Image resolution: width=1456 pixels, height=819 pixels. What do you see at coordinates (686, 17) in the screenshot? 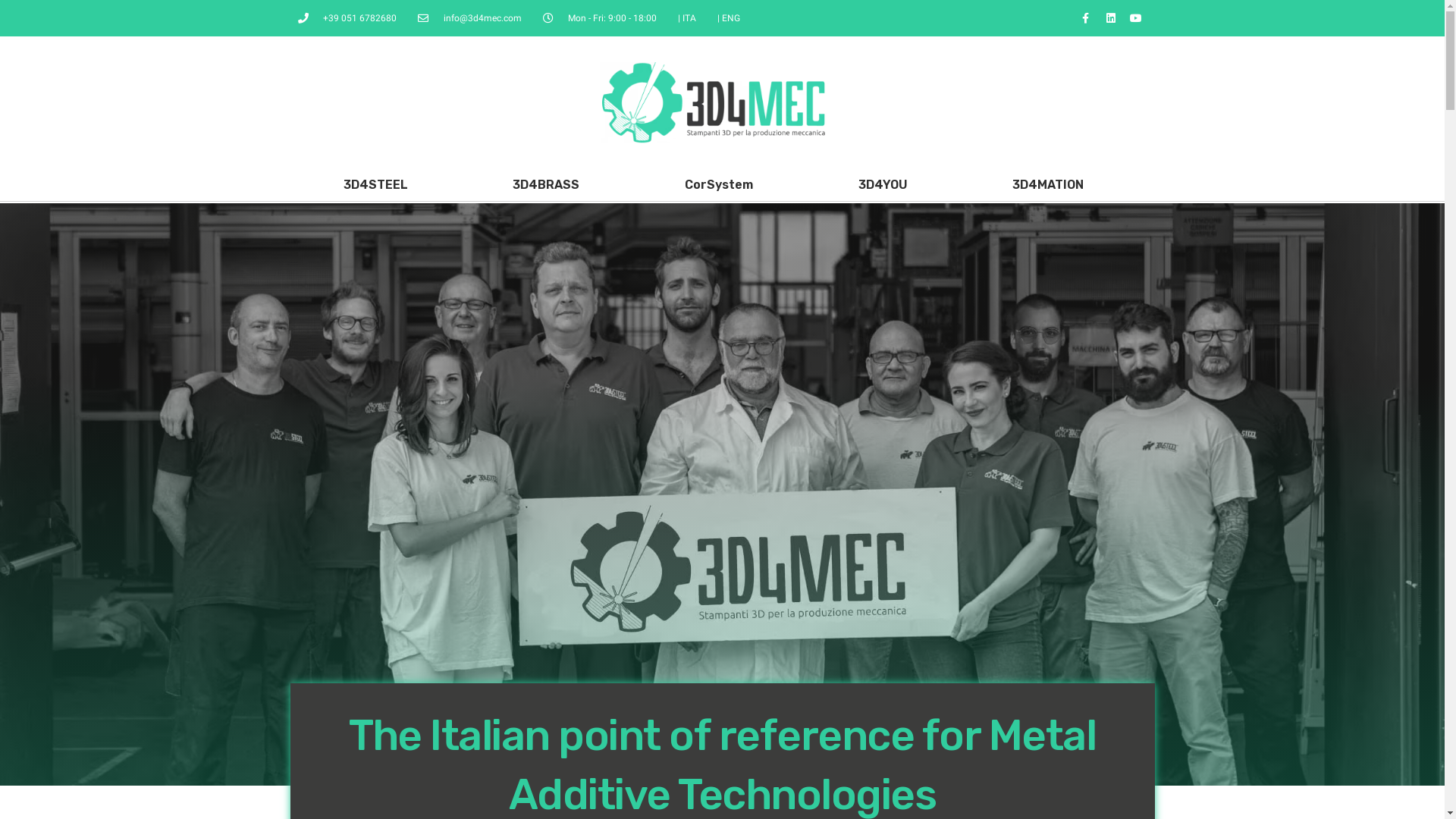
I see `'| ITA'` at bounding box center [686, 17].